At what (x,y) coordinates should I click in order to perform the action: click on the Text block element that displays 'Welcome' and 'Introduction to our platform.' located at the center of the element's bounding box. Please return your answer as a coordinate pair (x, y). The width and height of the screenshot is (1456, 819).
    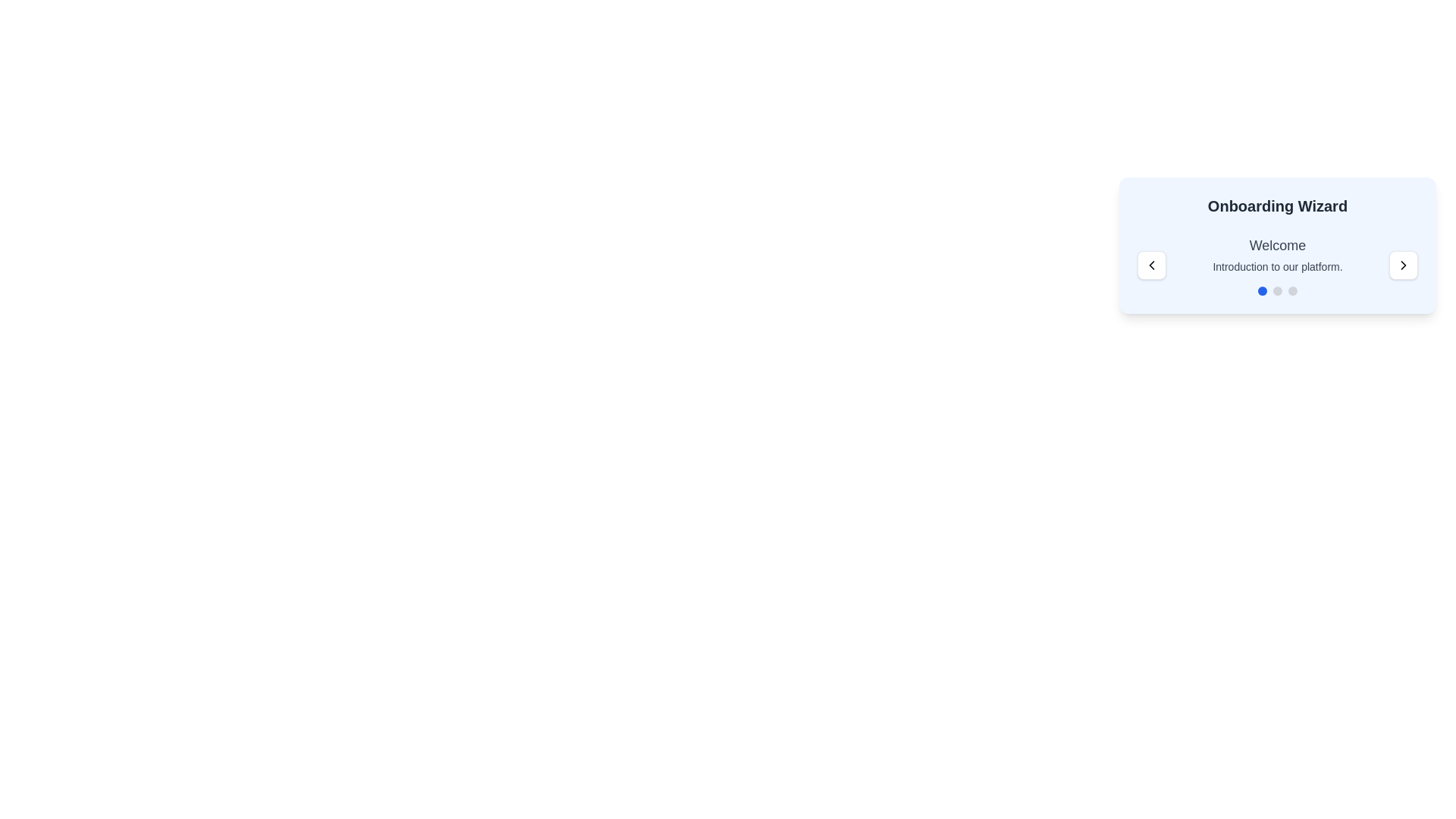
    Looking at the image, I should click on (1276, 253).